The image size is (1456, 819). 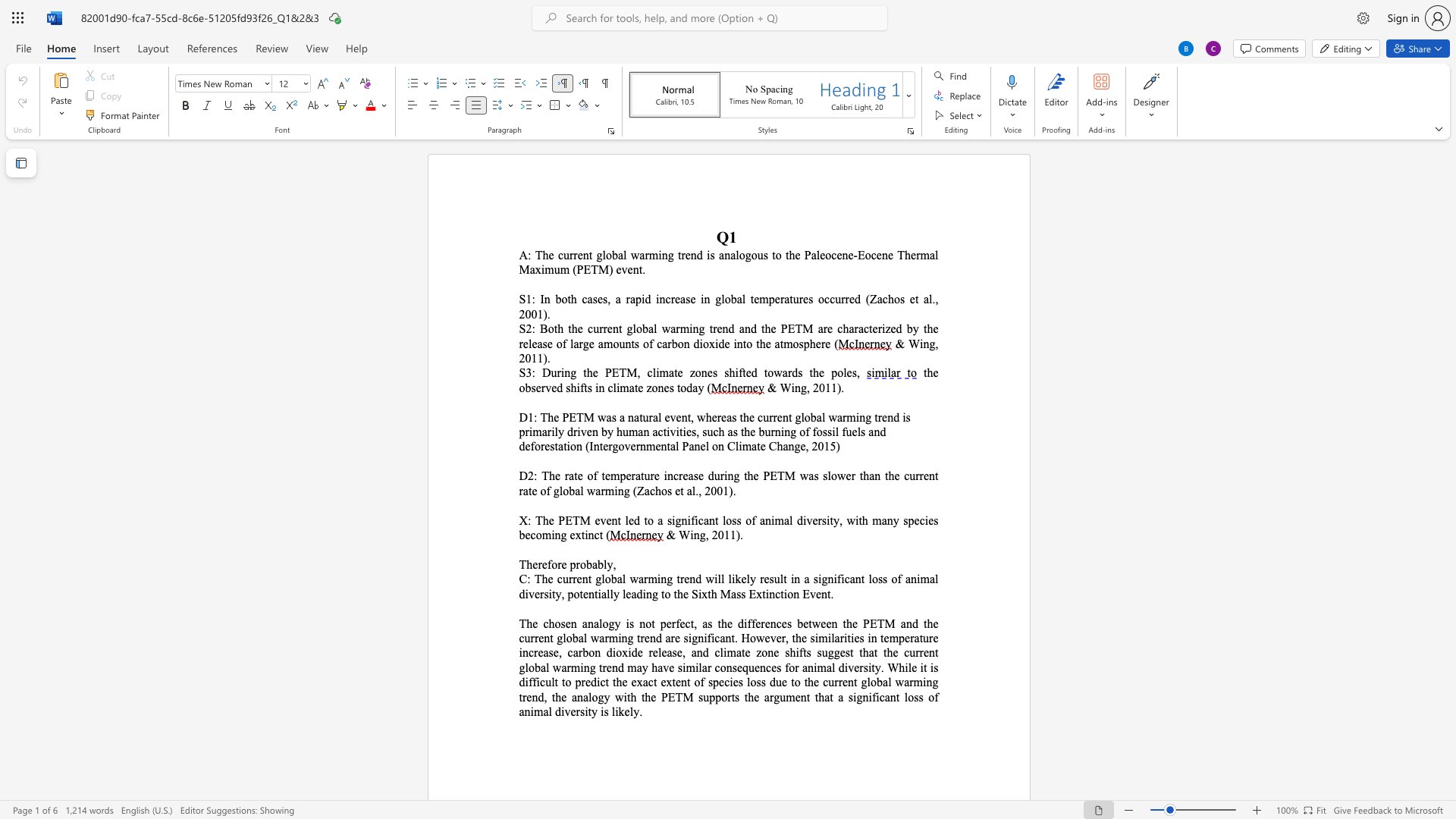 I want to click on the space between the continuous character "W" and "i" in the text, so click(x=789, y=387).